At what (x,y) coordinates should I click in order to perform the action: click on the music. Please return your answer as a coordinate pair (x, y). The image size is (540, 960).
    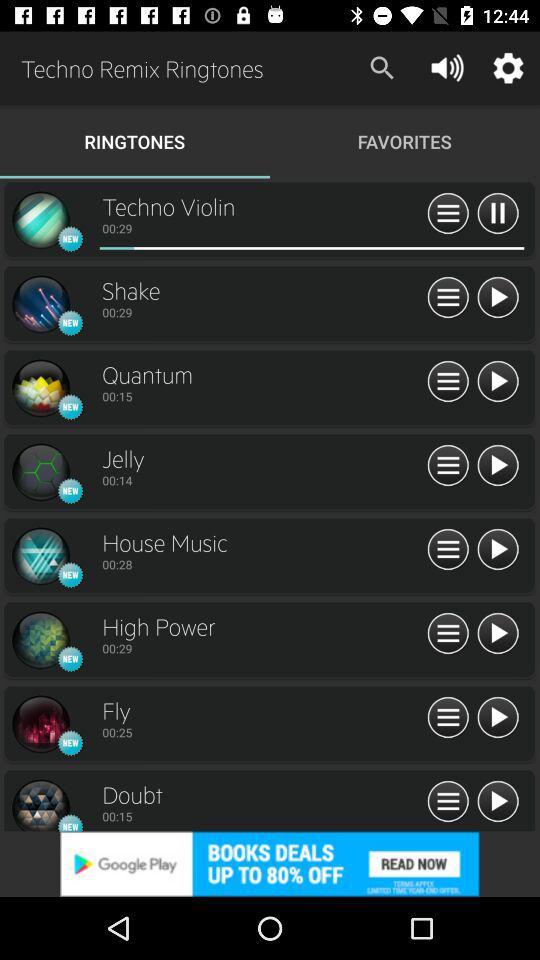
    Looking at the image, I should click on (496, 550).